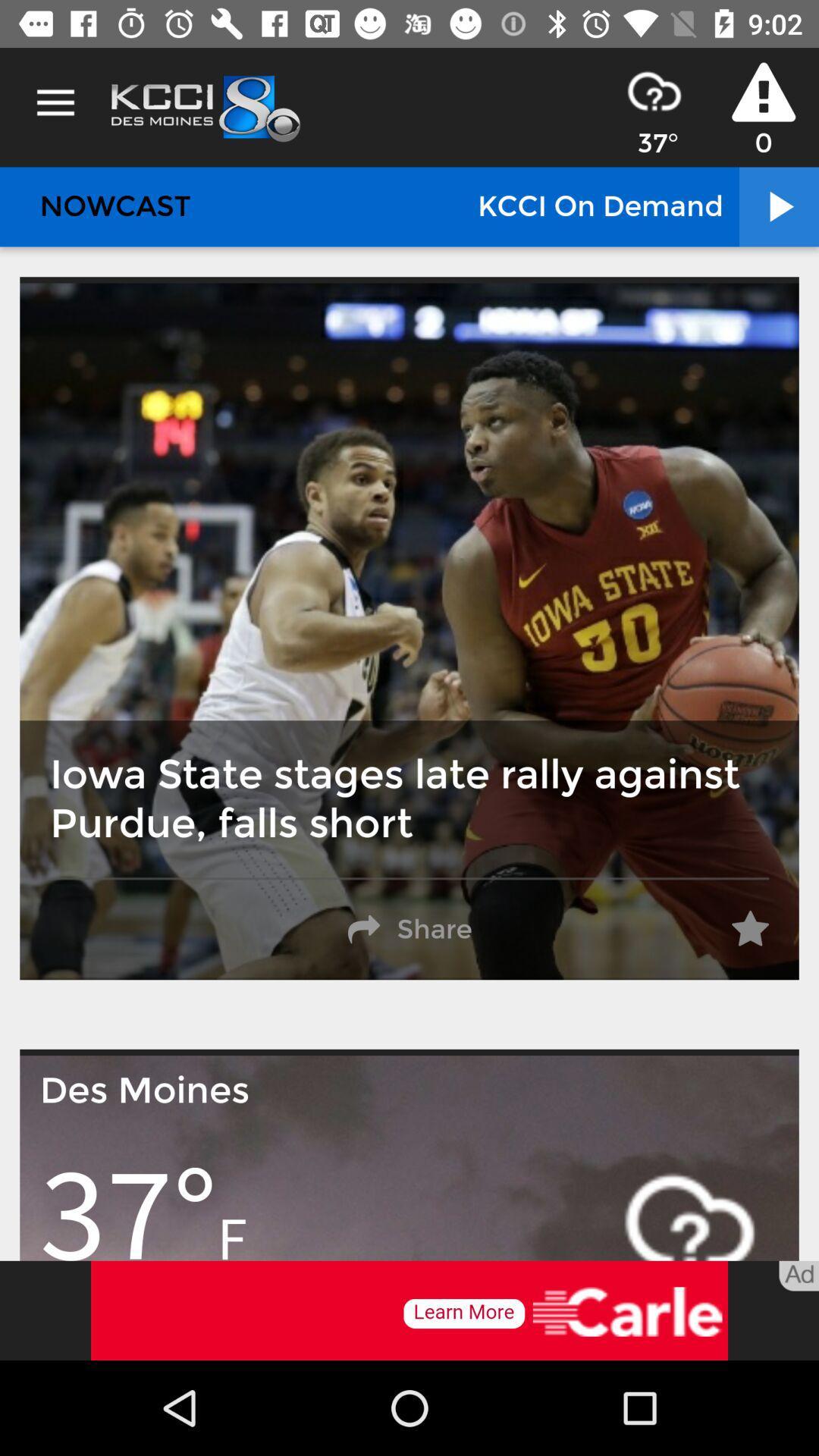 The image size is (819, 1456). Describe the element at coordinates (409, 1310) in the screenshot. I see `see the advertisement` at that location.